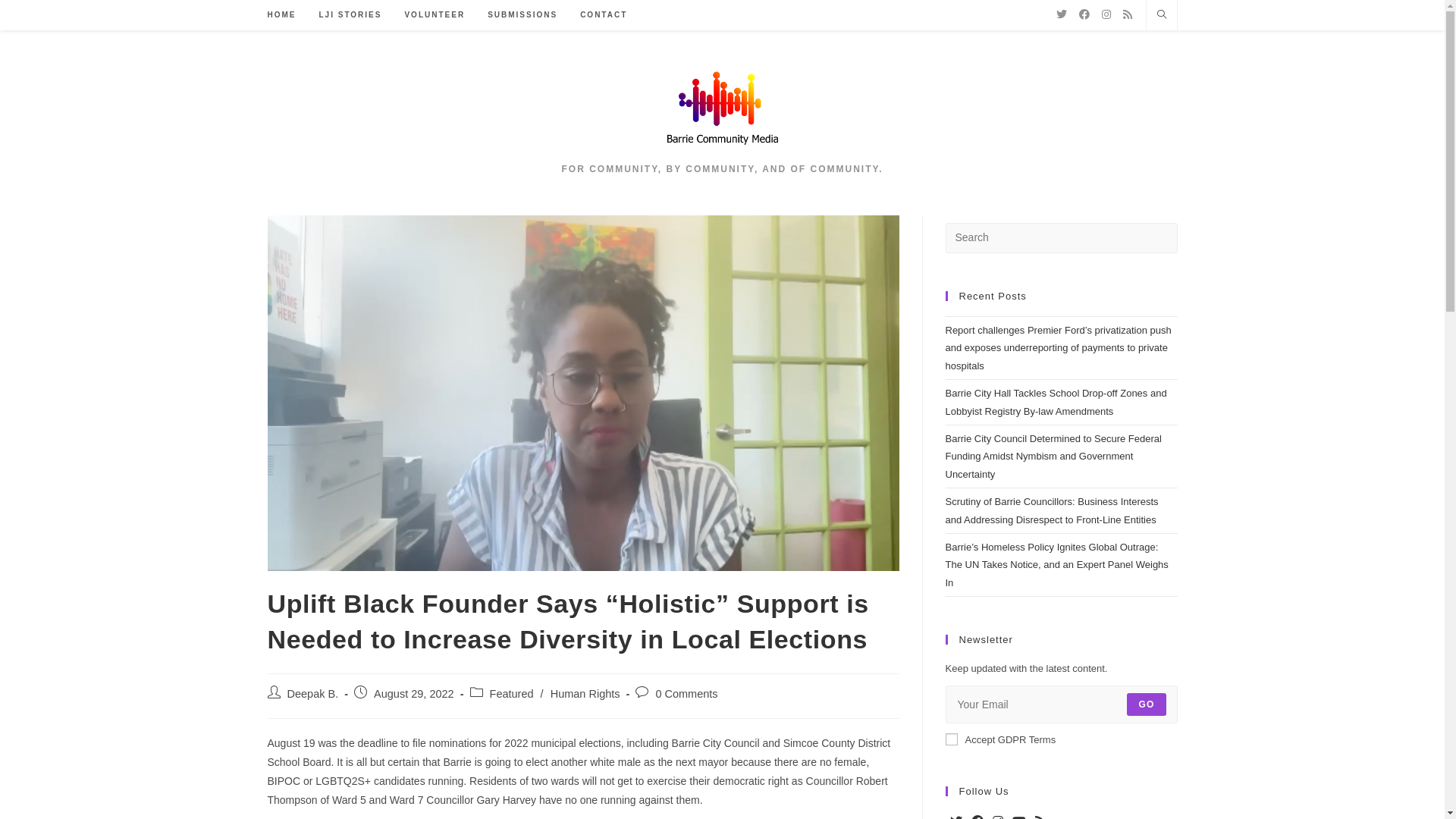 The image size is (1456, 819). Describe the element at coordinates (512, 693) in the screenshot. I see `'Featured'` at that location.